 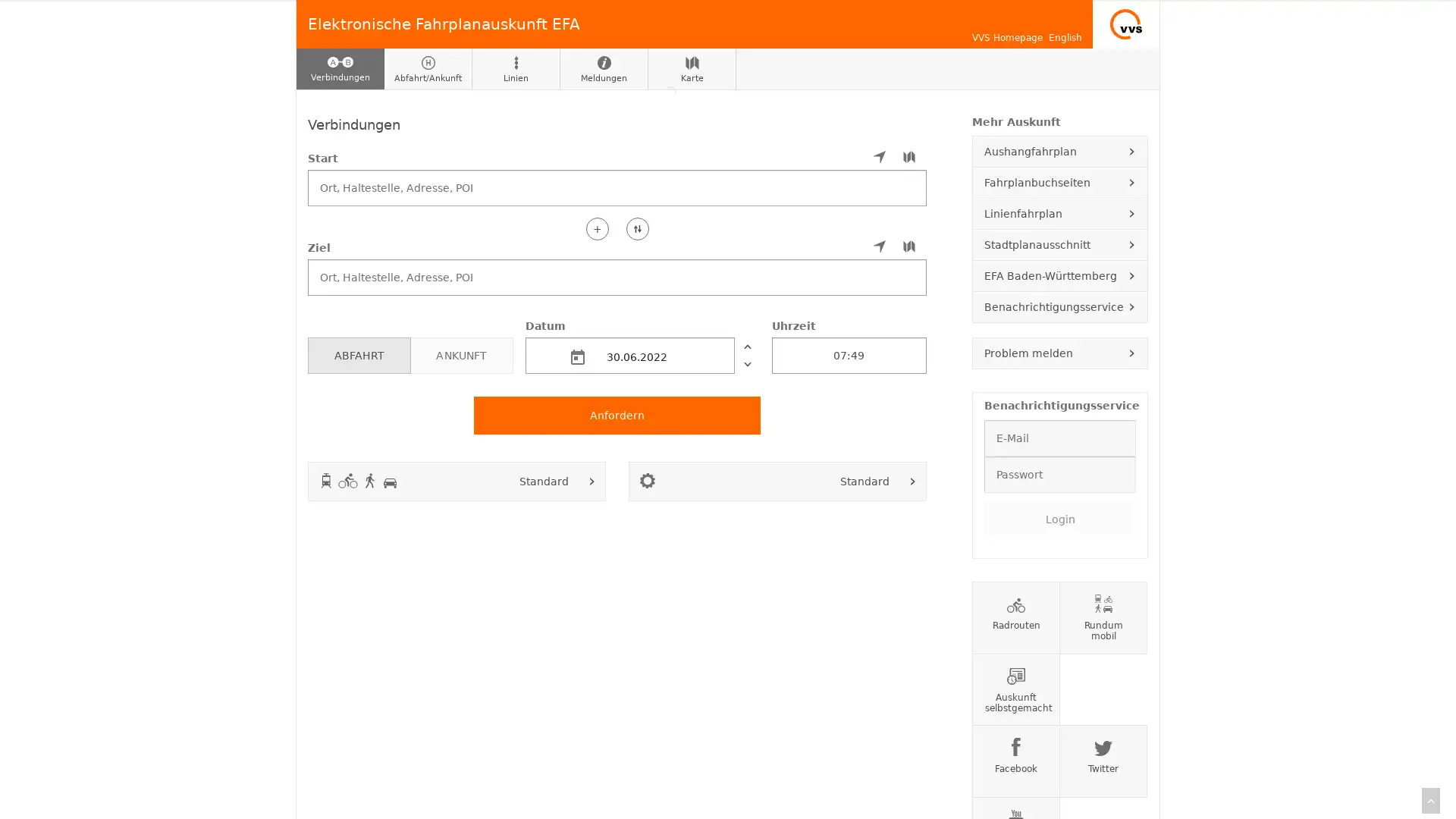 What do you see at coordinates (746, 363) in the screenshot?
I see `nachher` at bounding box center [746, 363].